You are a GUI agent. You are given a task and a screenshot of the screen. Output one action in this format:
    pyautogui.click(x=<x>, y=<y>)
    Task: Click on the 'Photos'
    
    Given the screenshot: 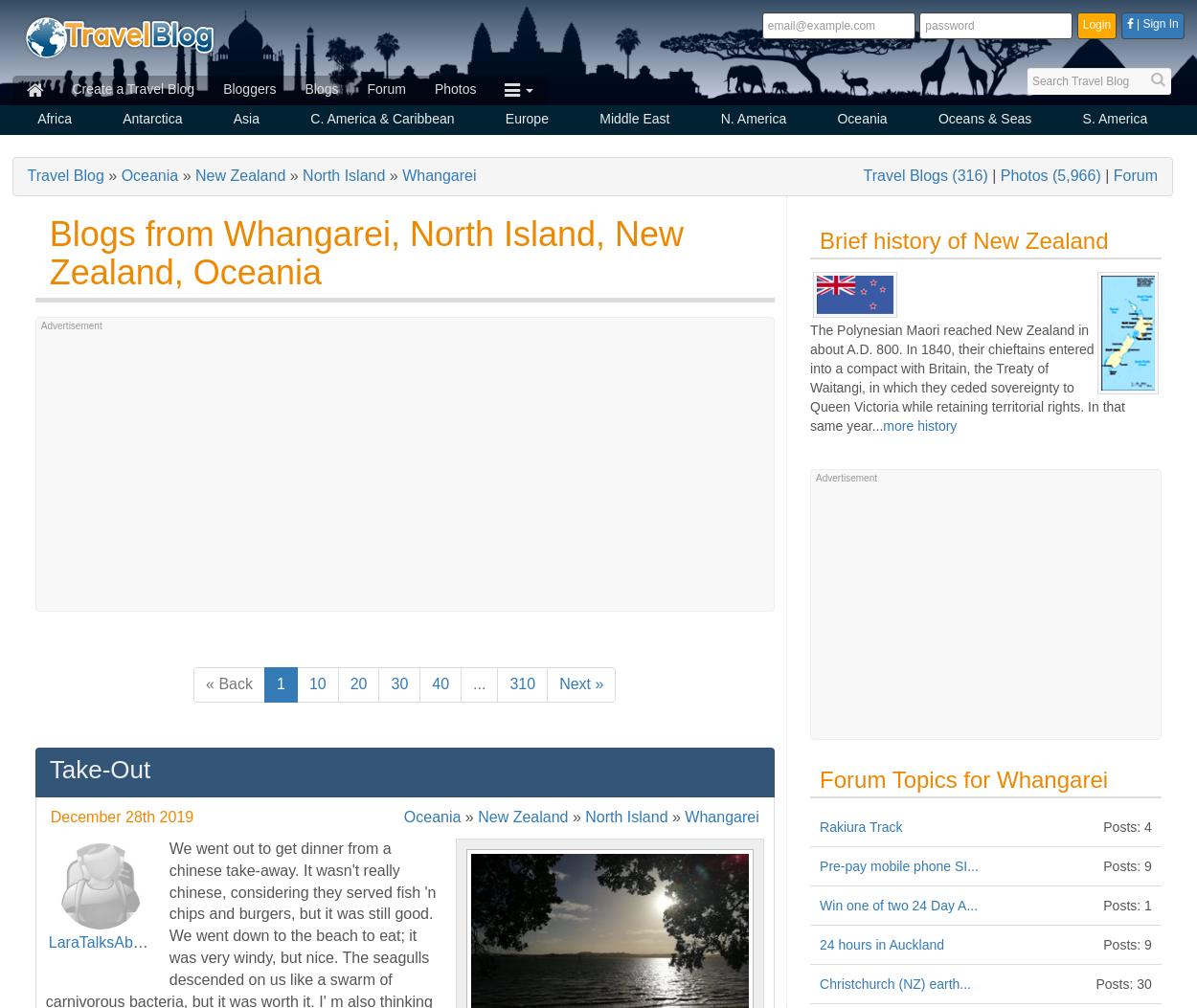 What is the action you would take?
    pyautogui.click(x=454, y=87)
    